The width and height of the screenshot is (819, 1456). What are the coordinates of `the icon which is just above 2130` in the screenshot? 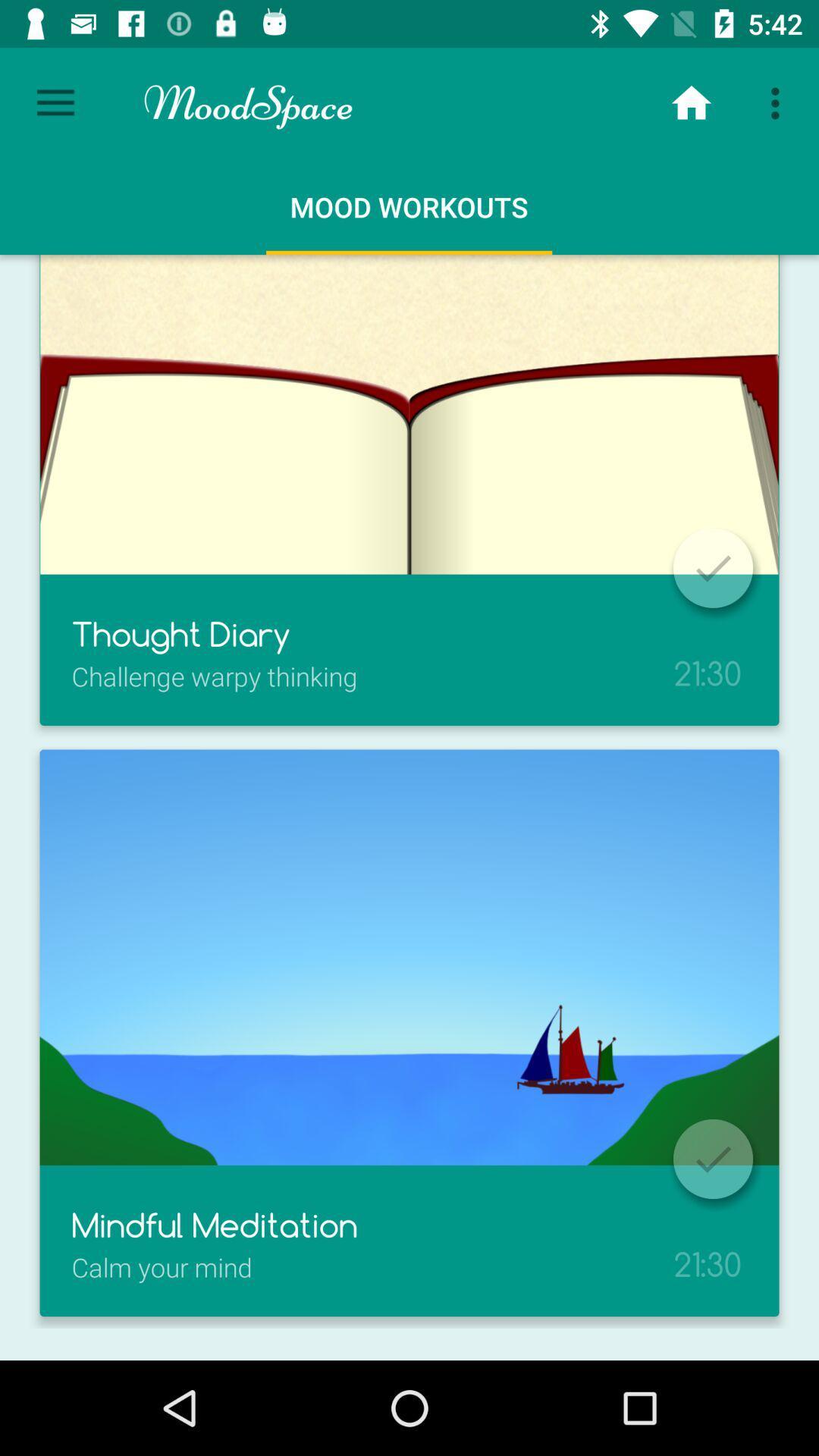 It's located at (714, 1158).